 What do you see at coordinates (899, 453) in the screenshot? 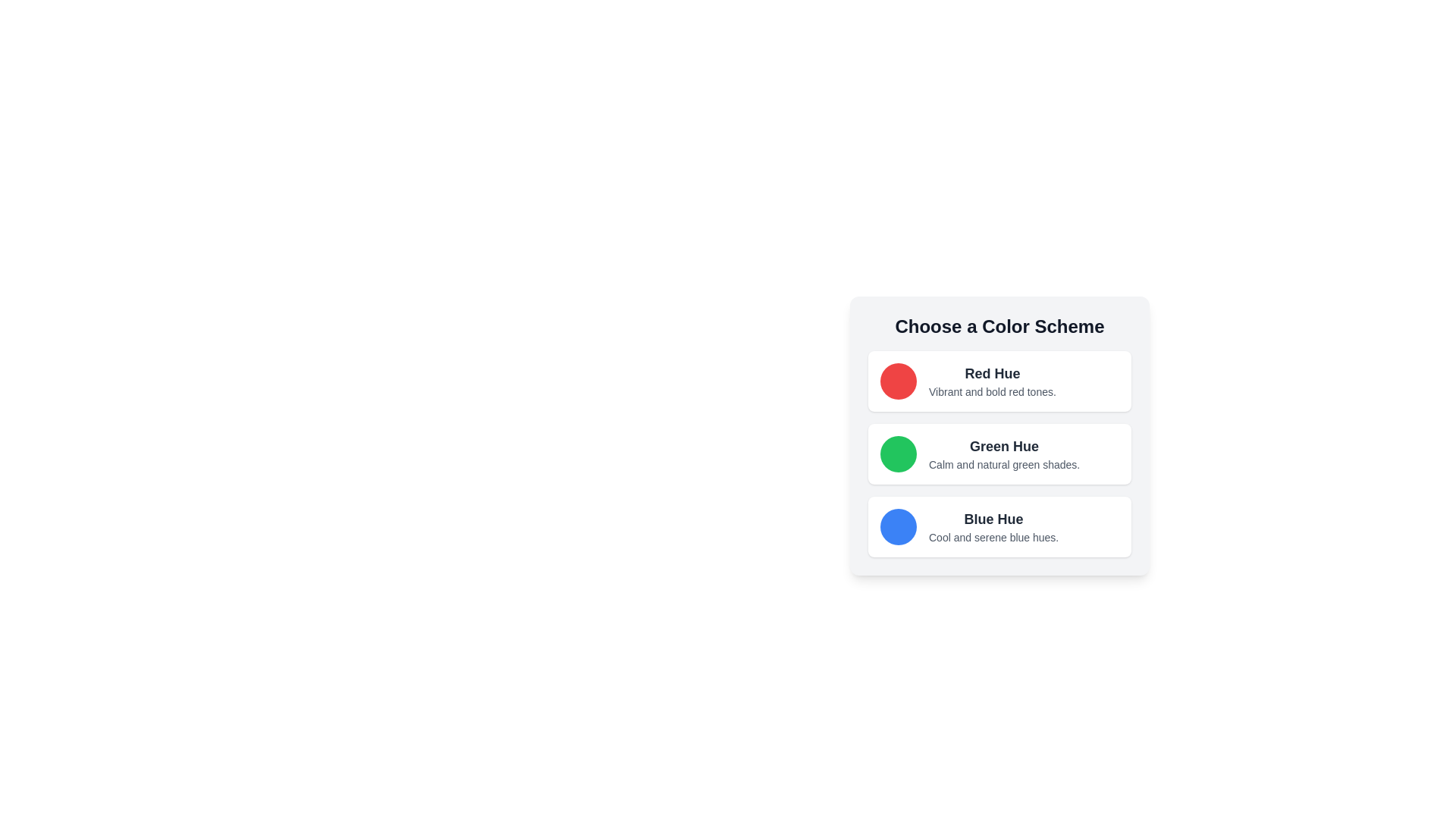
I see `the circular green color indicator located at the beginning of the 'Green Hue' option row` at bounding box center [899, 453].